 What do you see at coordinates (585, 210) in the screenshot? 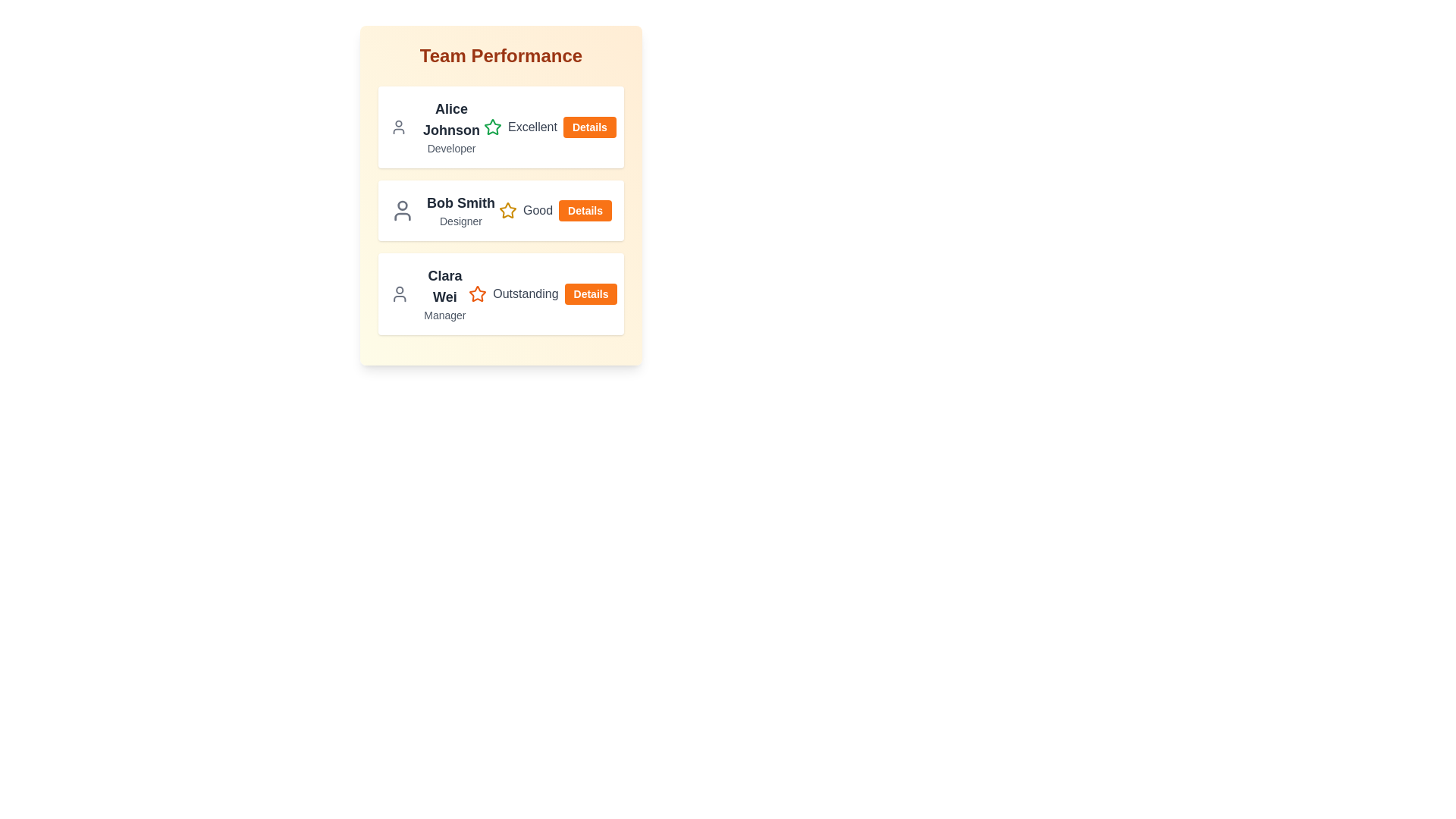
I see `'Details' button for the team member Bob Smith` at bounding box center [585, 210].